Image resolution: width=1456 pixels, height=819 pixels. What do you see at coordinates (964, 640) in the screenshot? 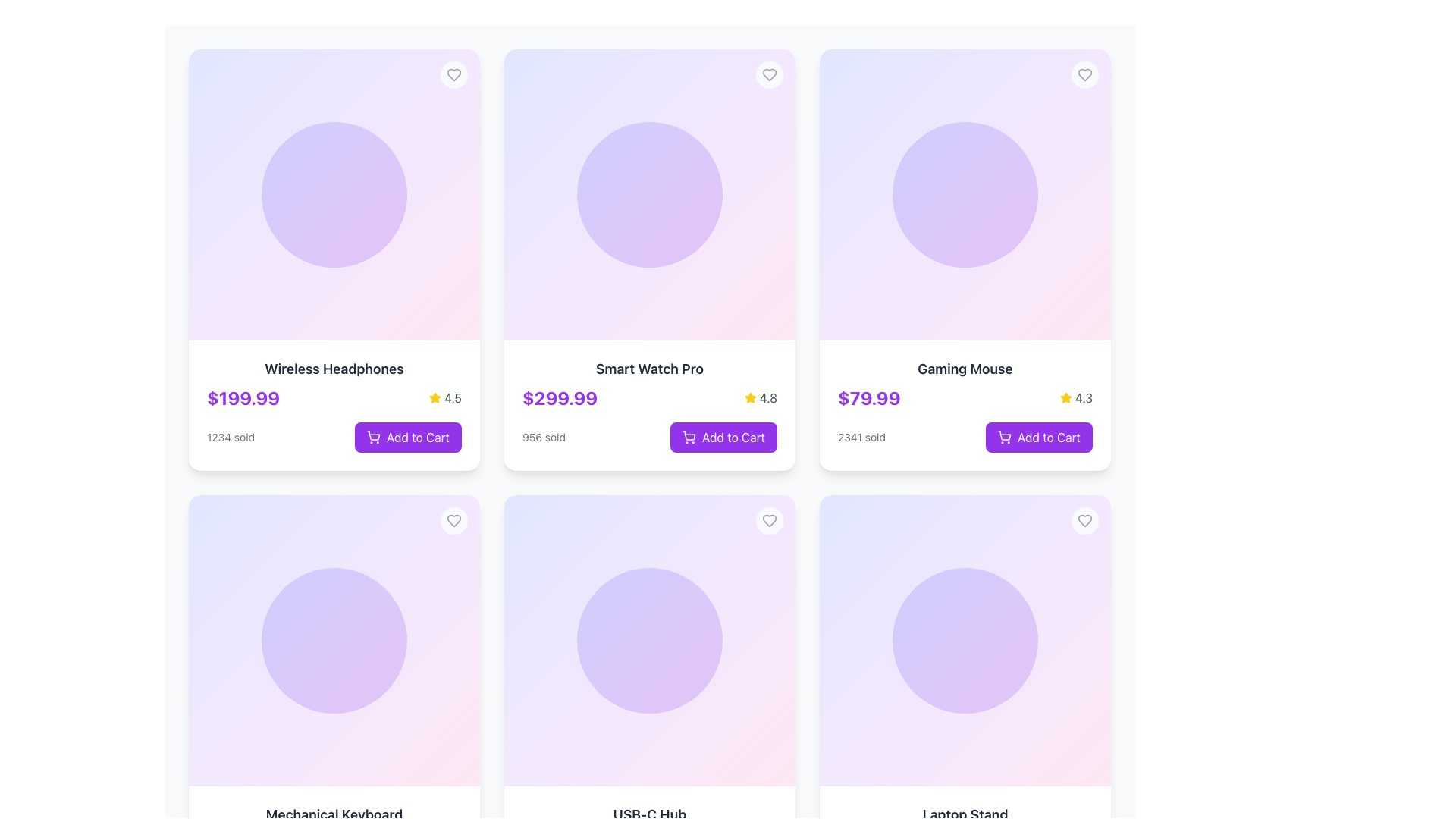
I see `the decorative background element in the 'Laptop Stand' card, located in the bottom-right corner of the layout, which enhances the visual appeal of the card but has no interactive features` at bounding box center [964, 640].